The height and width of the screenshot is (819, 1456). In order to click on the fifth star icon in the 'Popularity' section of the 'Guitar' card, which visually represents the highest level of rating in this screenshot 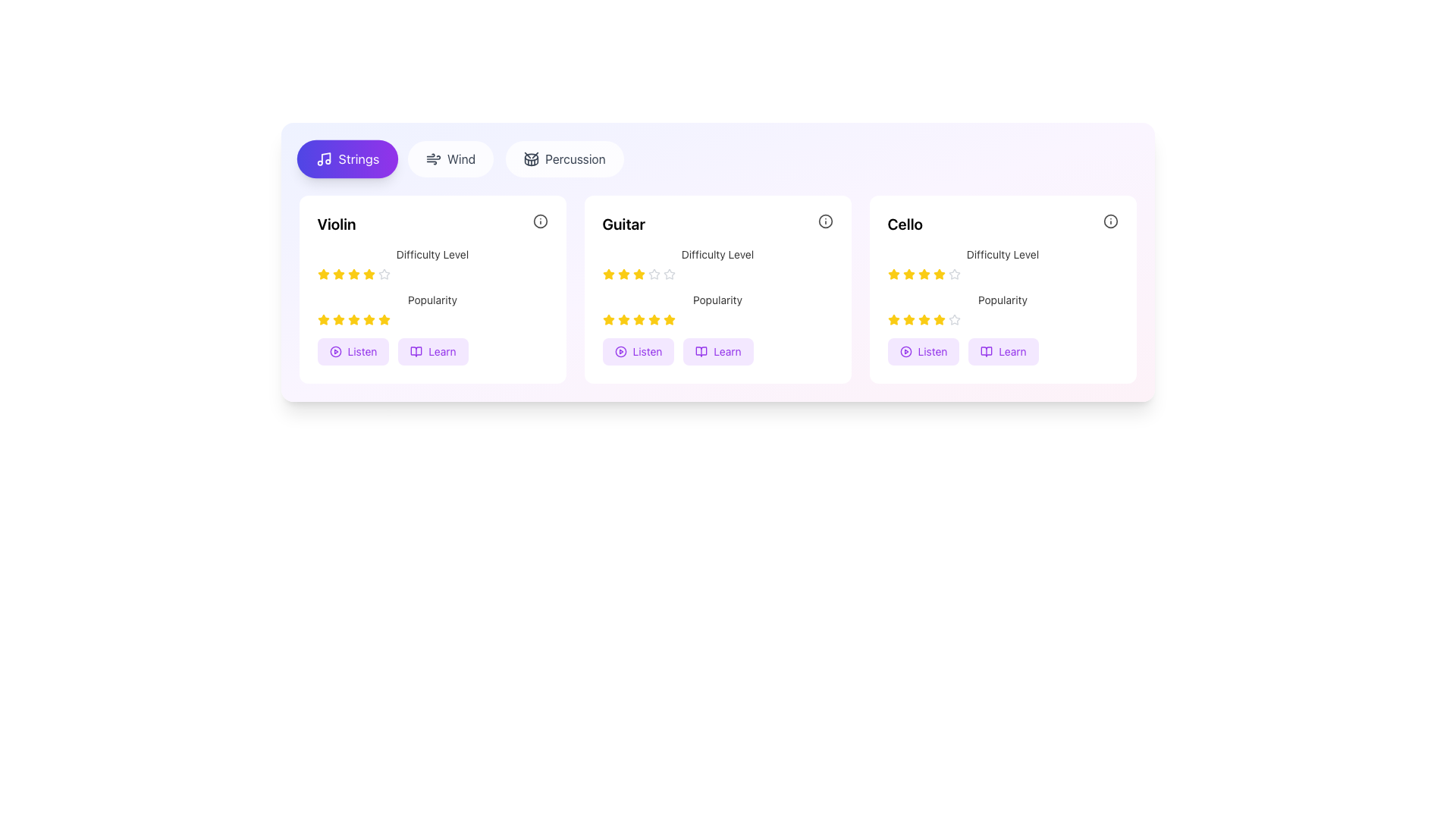, I will do `click(608, 318)`.